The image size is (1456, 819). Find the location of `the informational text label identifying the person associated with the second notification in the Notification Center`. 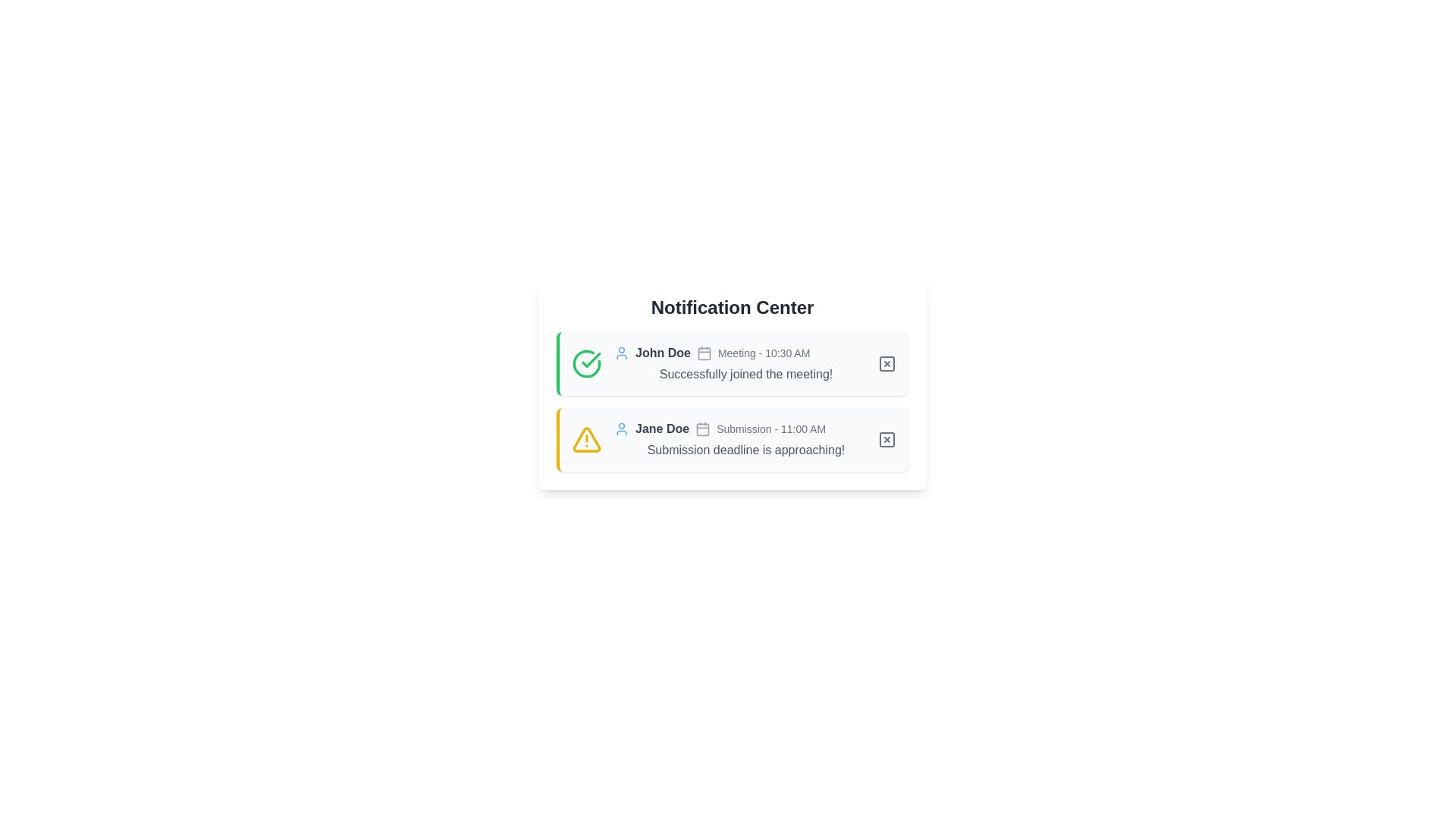

the informational text label identifying the person associated with the second notification in the Notification Center is located at coordinates (662, 429).